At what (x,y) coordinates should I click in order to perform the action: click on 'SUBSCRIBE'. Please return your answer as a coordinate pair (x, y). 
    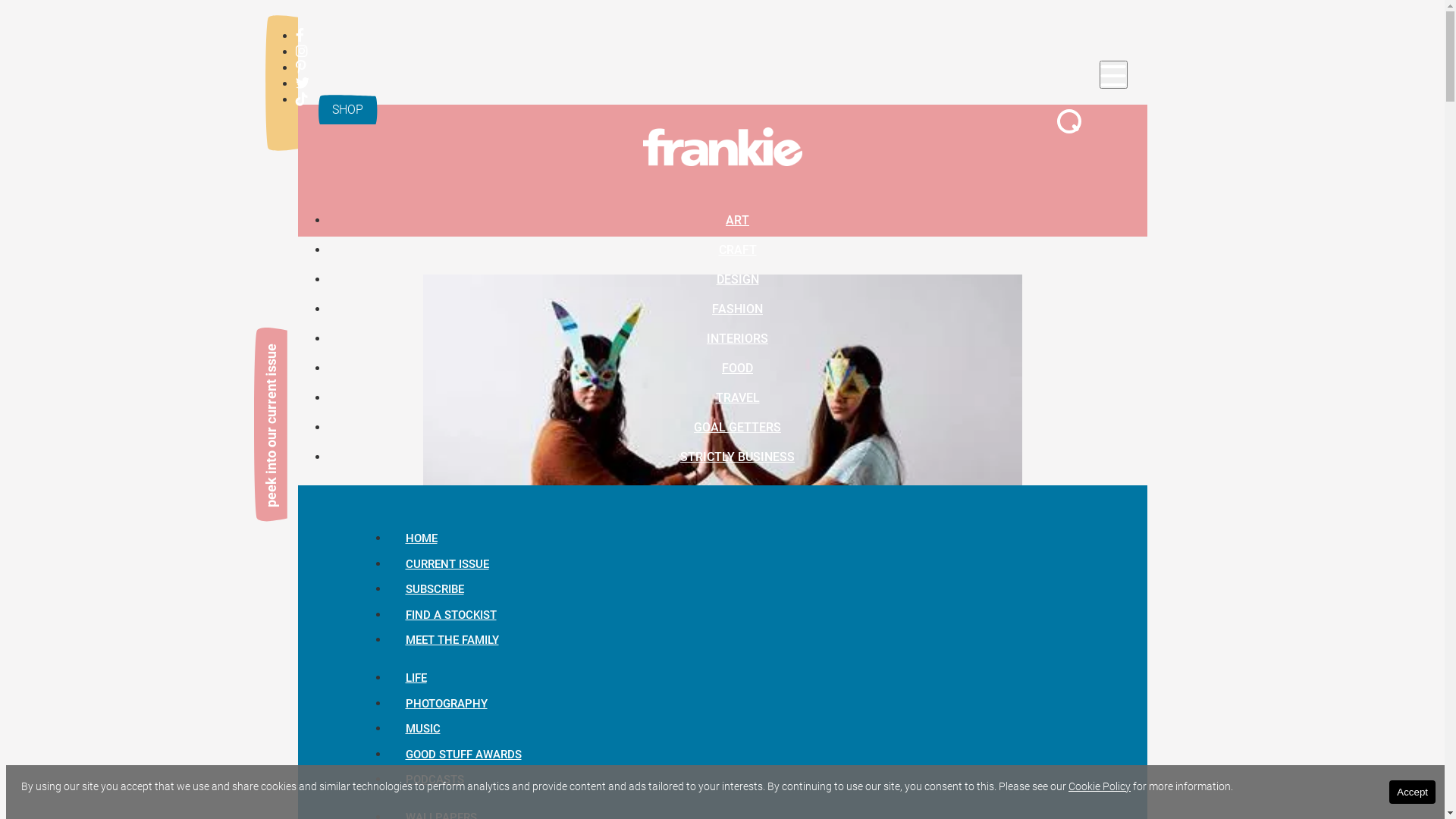
    Looking at the image, I should click on (433, 588).